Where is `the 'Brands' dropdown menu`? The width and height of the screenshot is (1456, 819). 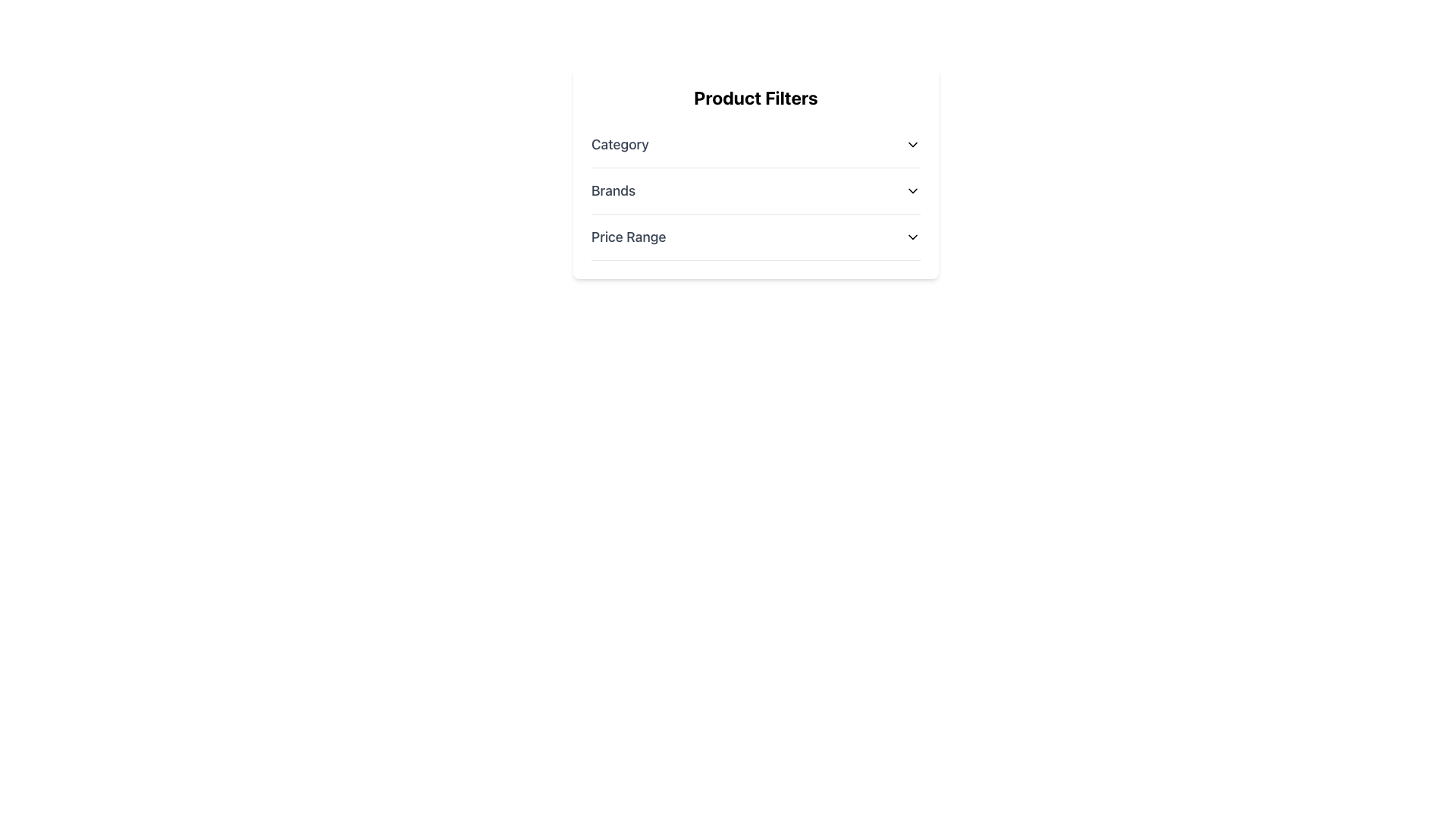
the 'Brands' dropdown menu is located at coordinates (756, 190).